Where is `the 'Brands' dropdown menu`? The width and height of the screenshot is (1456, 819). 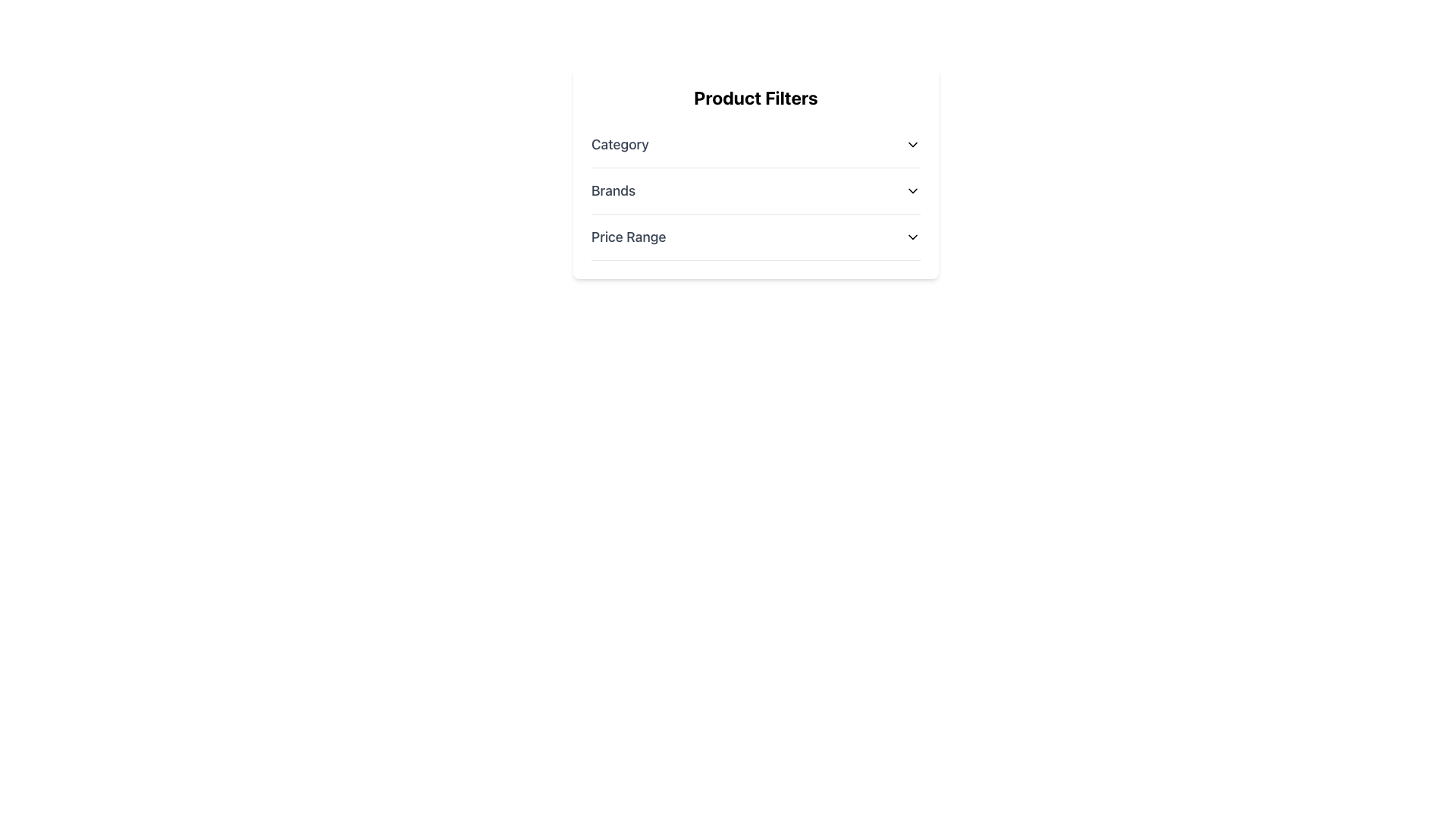
the 'Brands' dropdown menu is located at coordinates (756, 190).